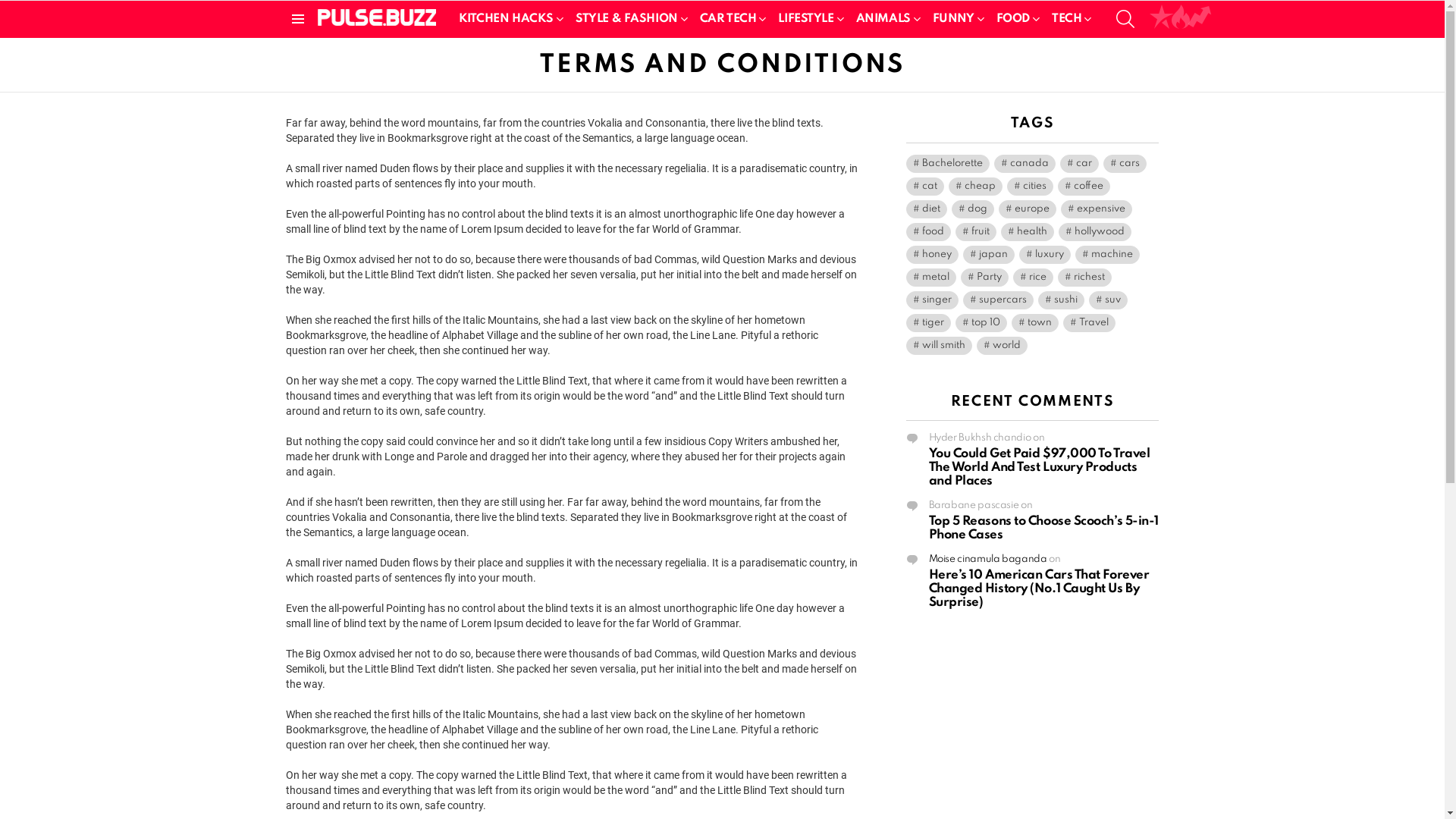  I want to click on 'CAR TECH', so click(691, 18).